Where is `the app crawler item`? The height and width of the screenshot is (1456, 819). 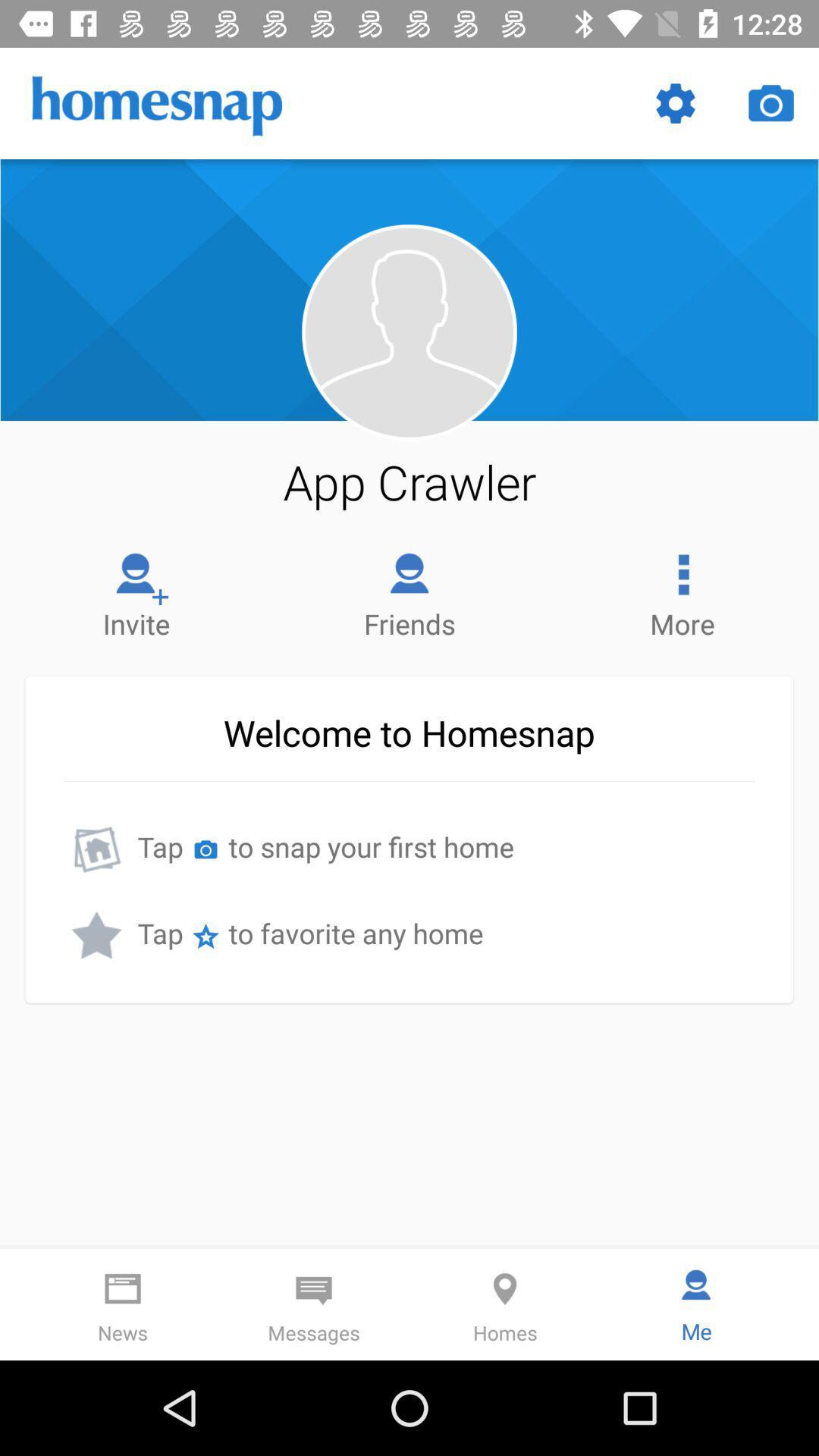 the app crawler item is located at coordinates (409, 481).